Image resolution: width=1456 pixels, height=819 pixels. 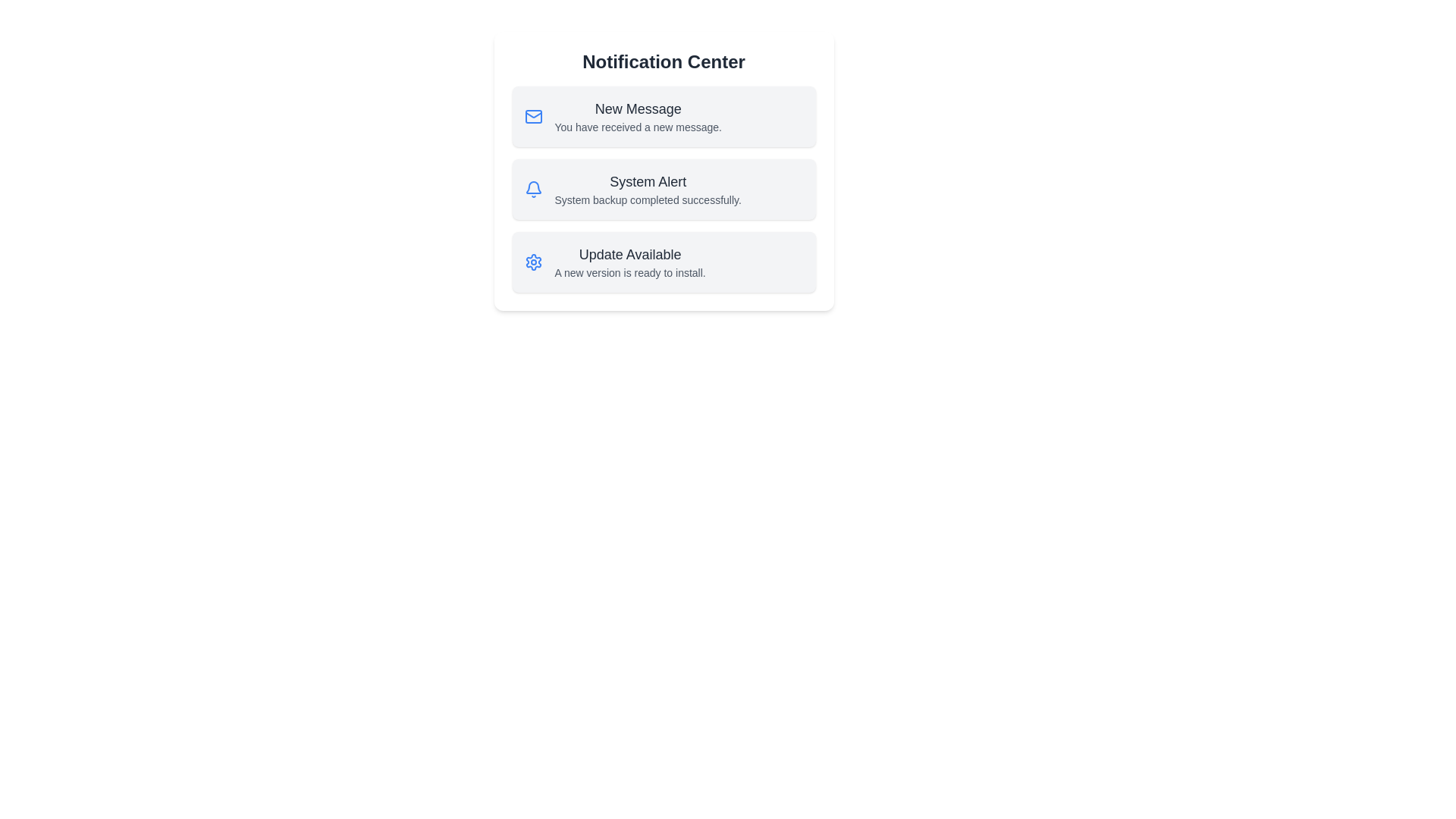 I want to click on descriptive text label indicating that a system backup has been completed successfully, located directly below the 'System Alert' heading in the 'Notification Center.', so click(x=648, y=199).